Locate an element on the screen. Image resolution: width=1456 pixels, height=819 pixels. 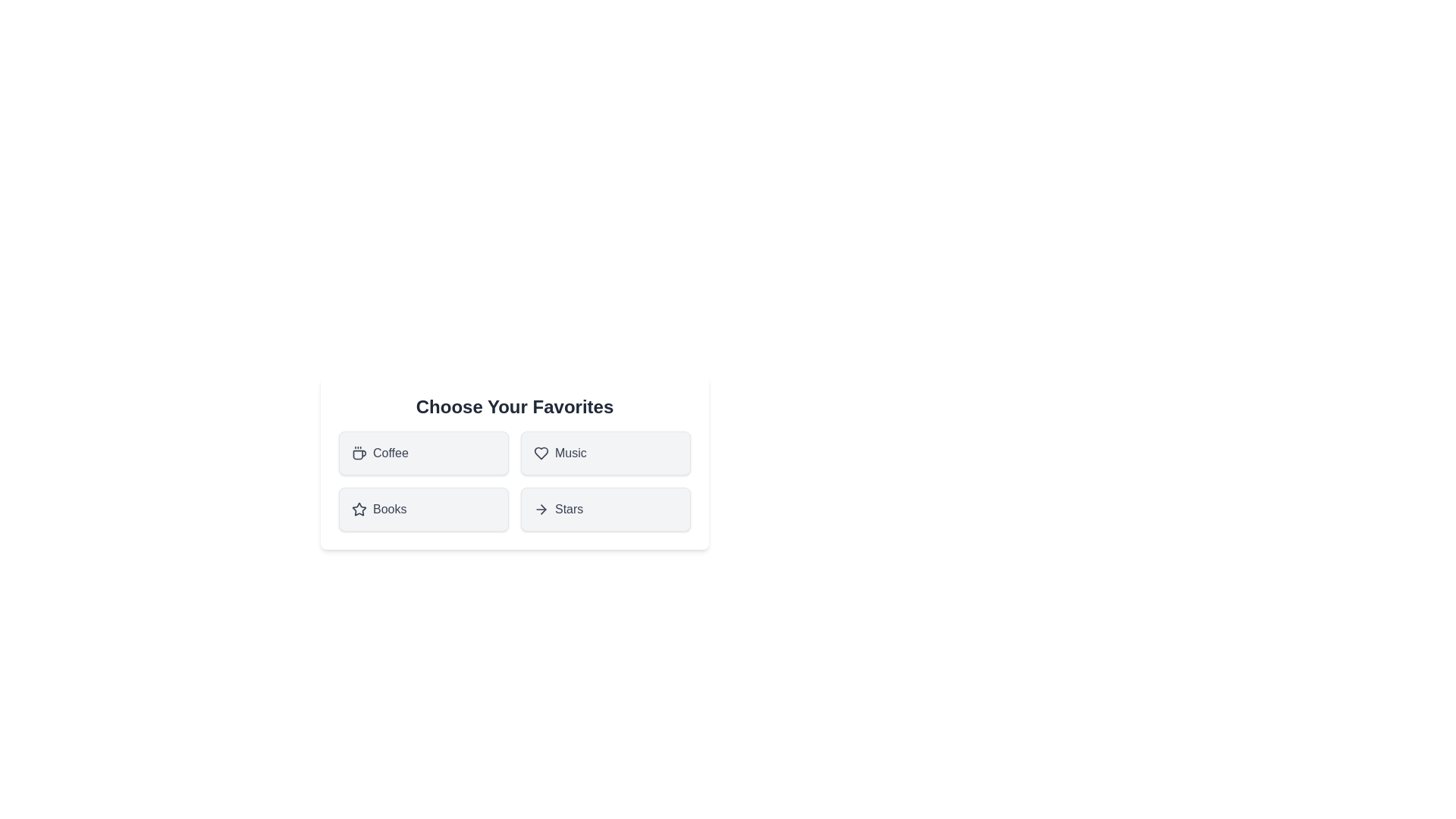
the rightward arrow icon located towards the right edge of the 'Stars' button in the bottom-right of a 2x2 grid layout is located at coordinates (541, 509).